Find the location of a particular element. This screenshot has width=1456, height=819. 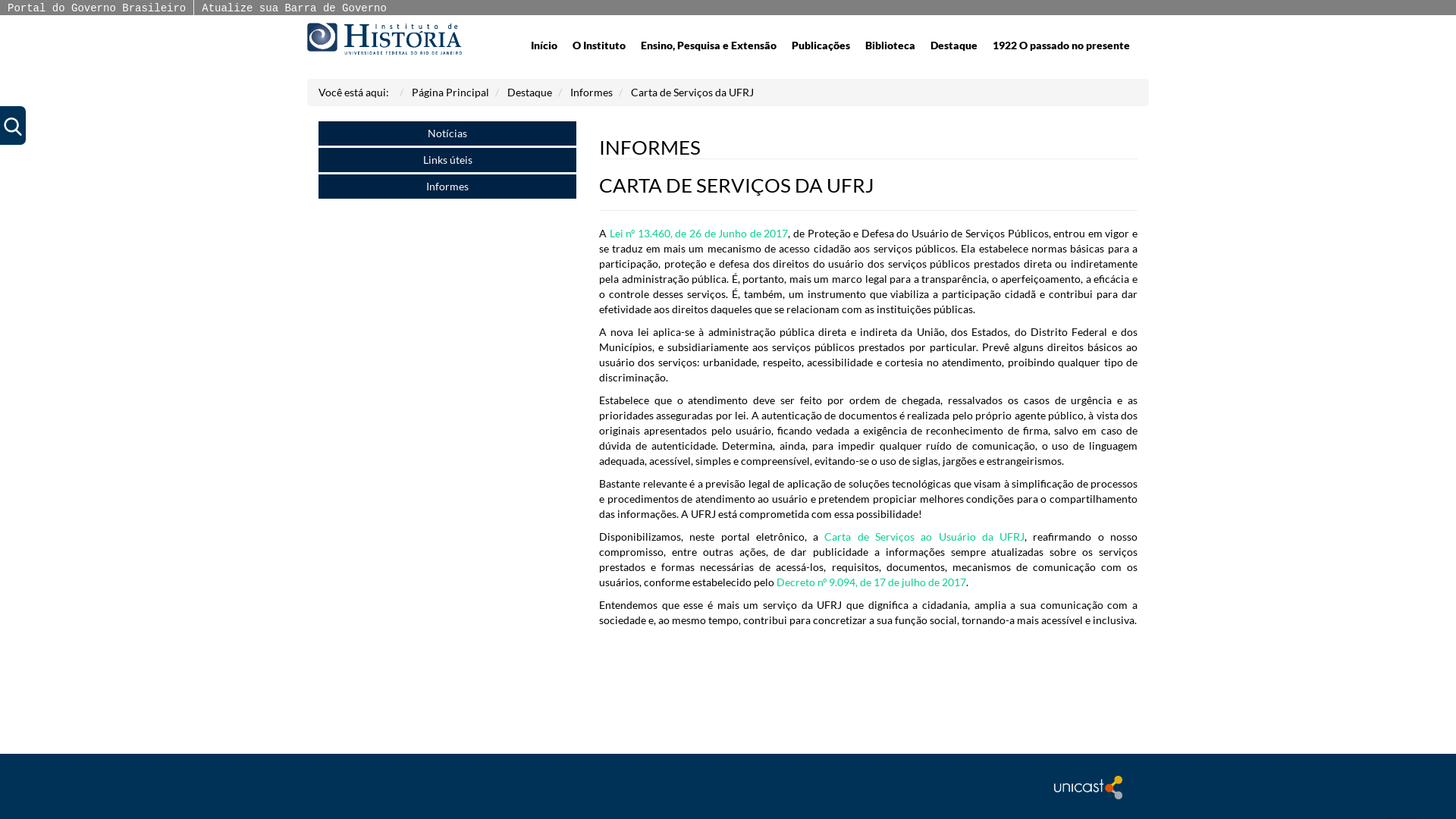

'Atualize sua Barra de Governo' is located at coordinates (294, 8).